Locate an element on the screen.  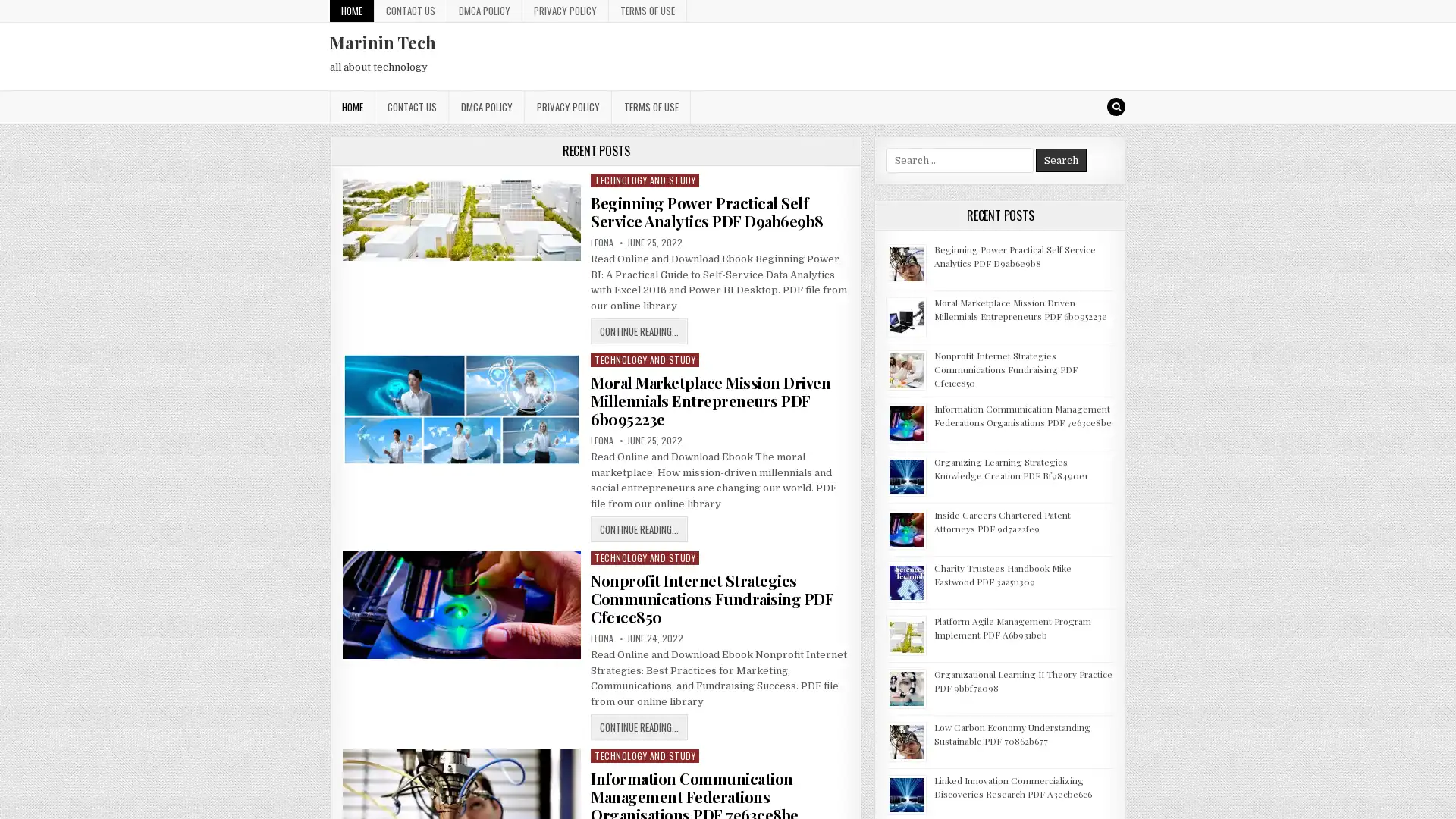
Search is located at coordinates (1060, 160).